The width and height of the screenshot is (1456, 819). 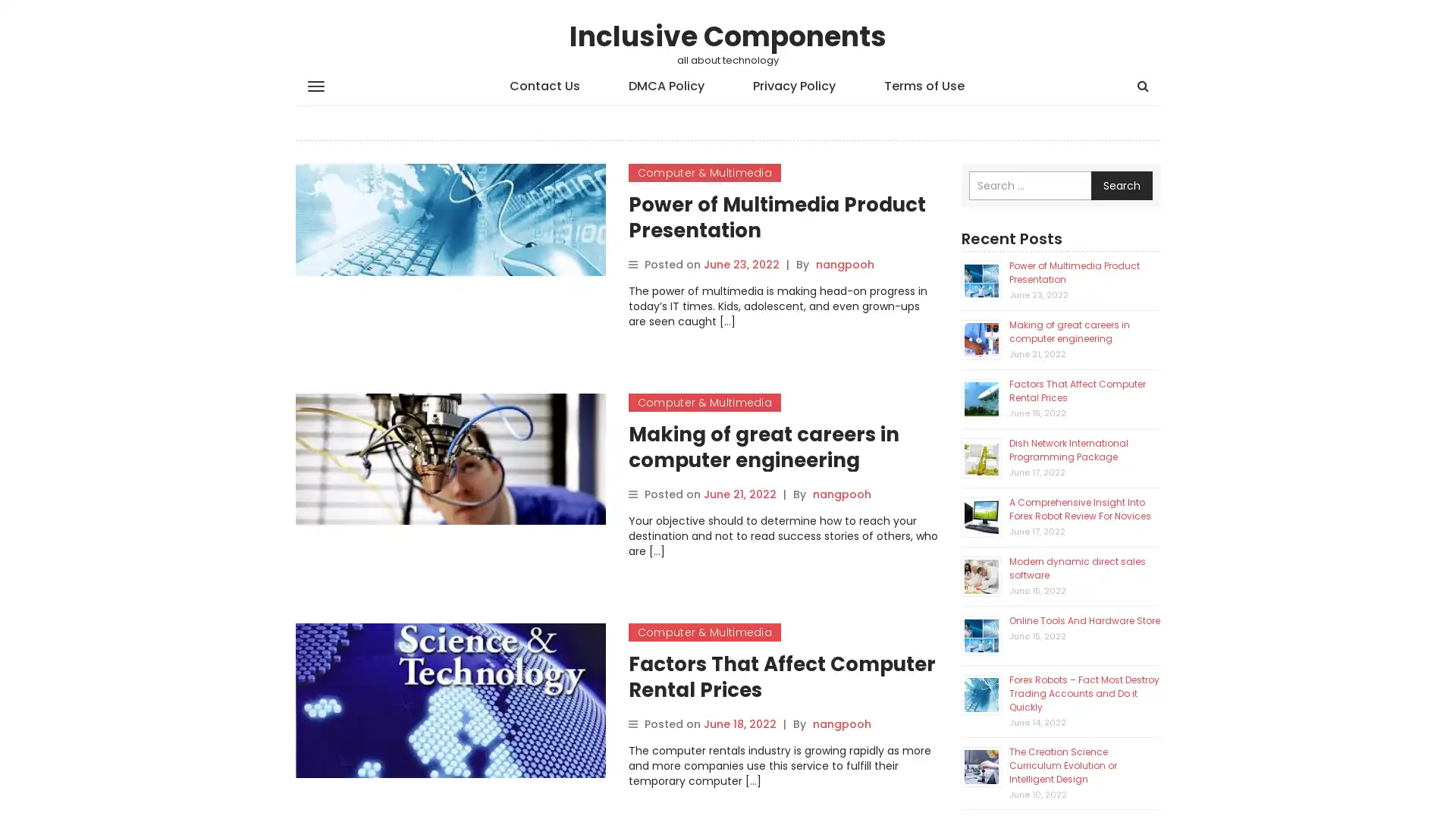 I want to click on Search, so click(x=1122, y=185).